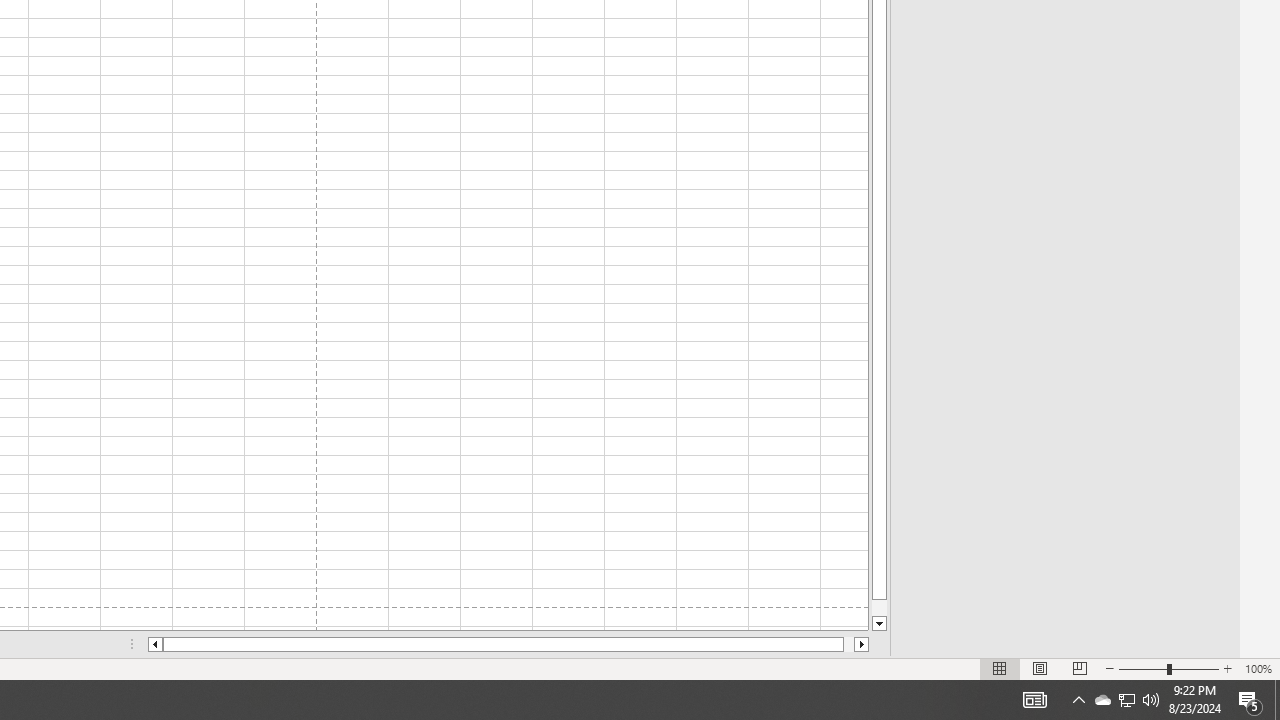 Image resolution: width=1280 pixels, height=720 pixels. I want to click on 'Notification Chevron', so click(1127, 698).